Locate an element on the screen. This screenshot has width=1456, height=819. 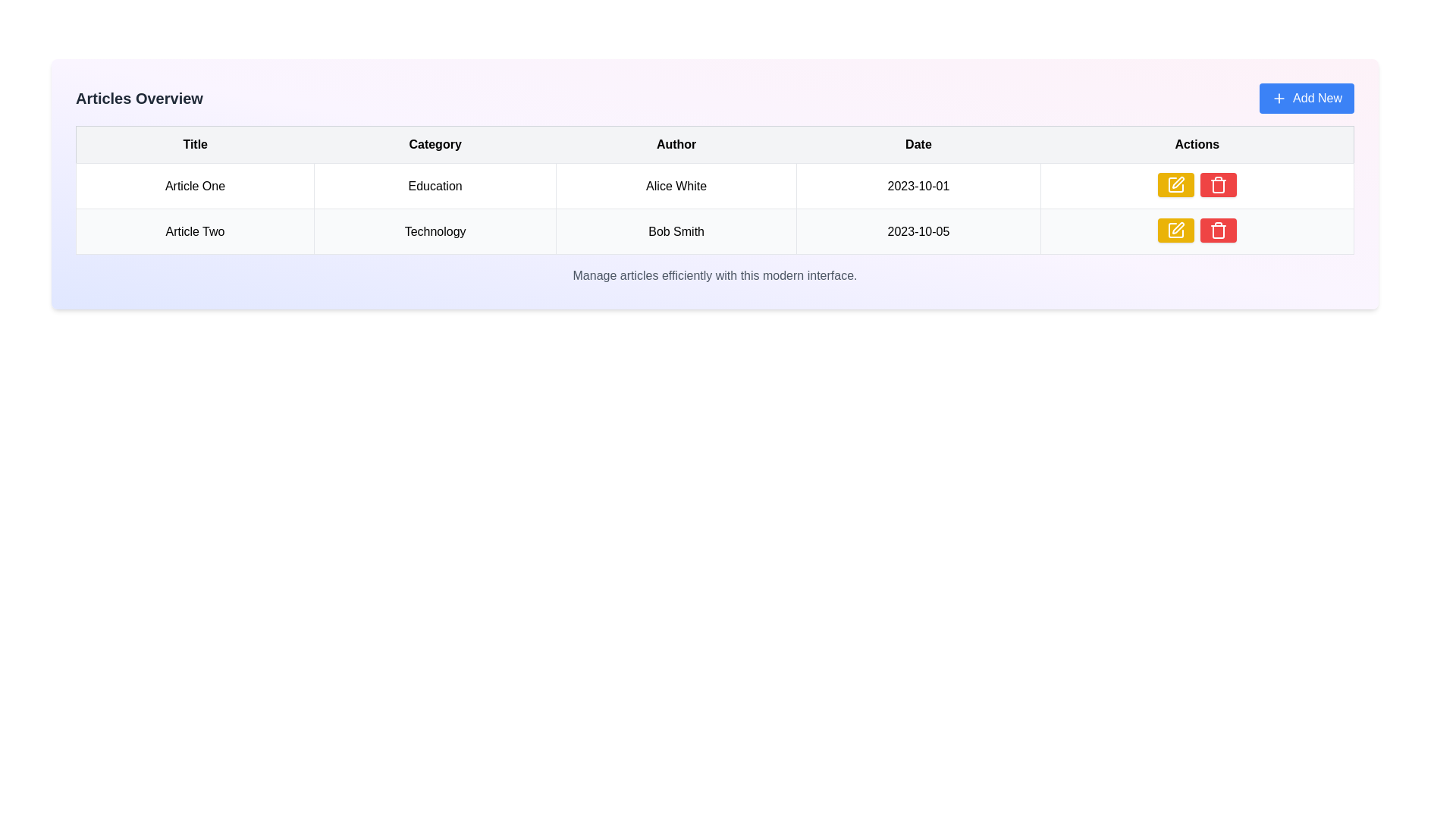
the small plus sign icon that is part of the blue rectangular 'Add New' button located at the top-right corner of the interface is located at coordinates (1279, 99).